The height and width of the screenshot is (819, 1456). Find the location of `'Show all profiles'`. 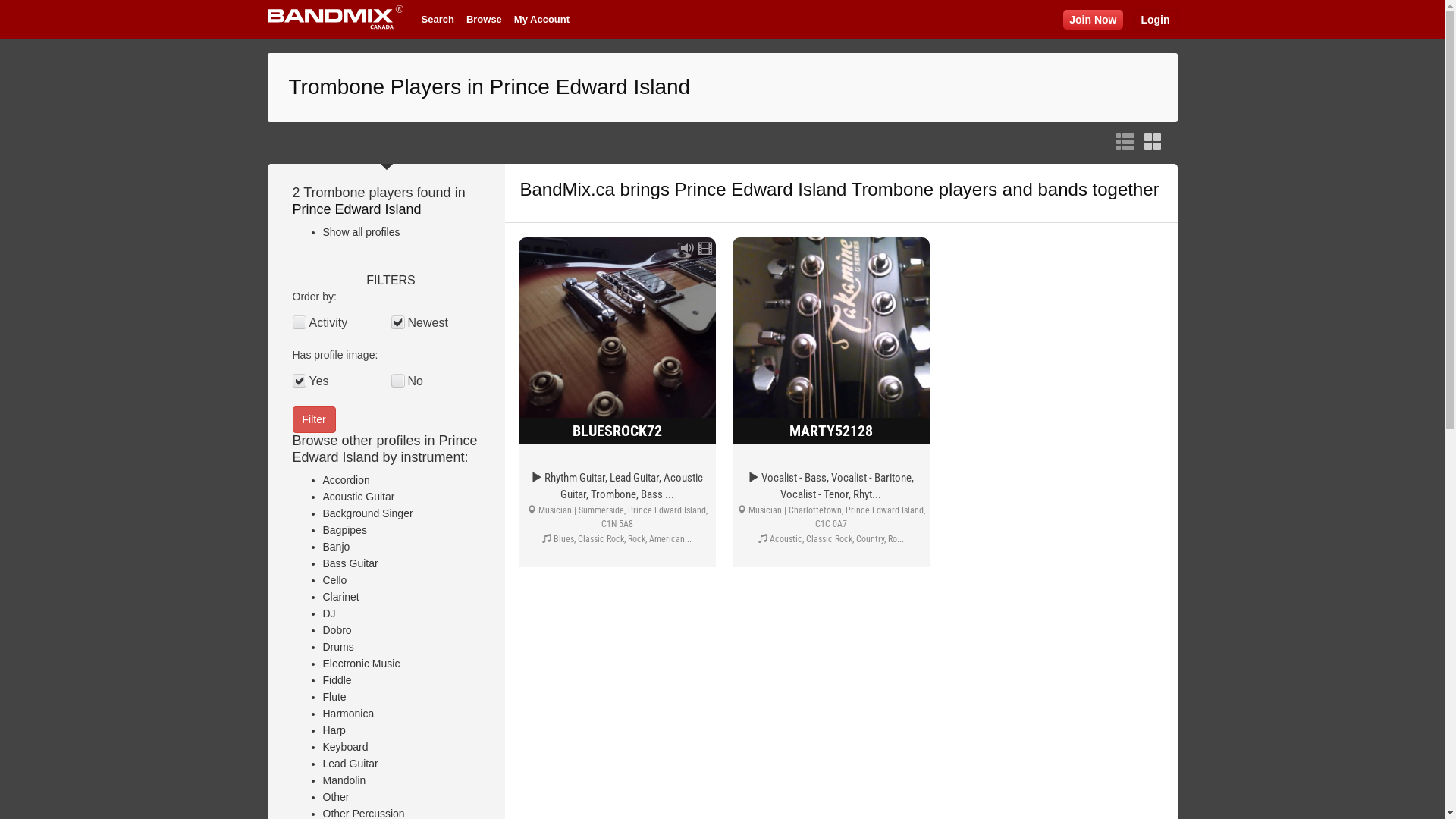

'Show all profiles' is located at coordinates (360, 231).